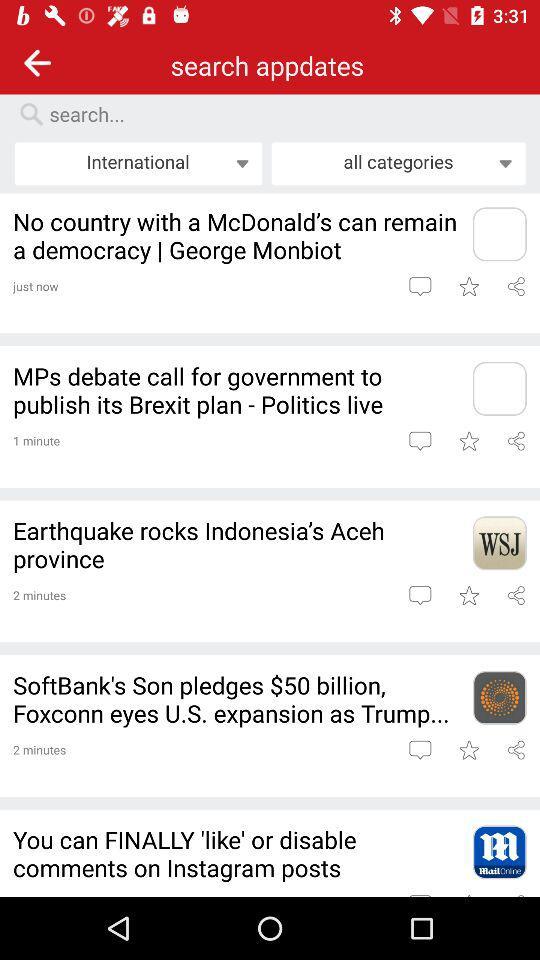  I want to click on click for more, so click(498, 234).